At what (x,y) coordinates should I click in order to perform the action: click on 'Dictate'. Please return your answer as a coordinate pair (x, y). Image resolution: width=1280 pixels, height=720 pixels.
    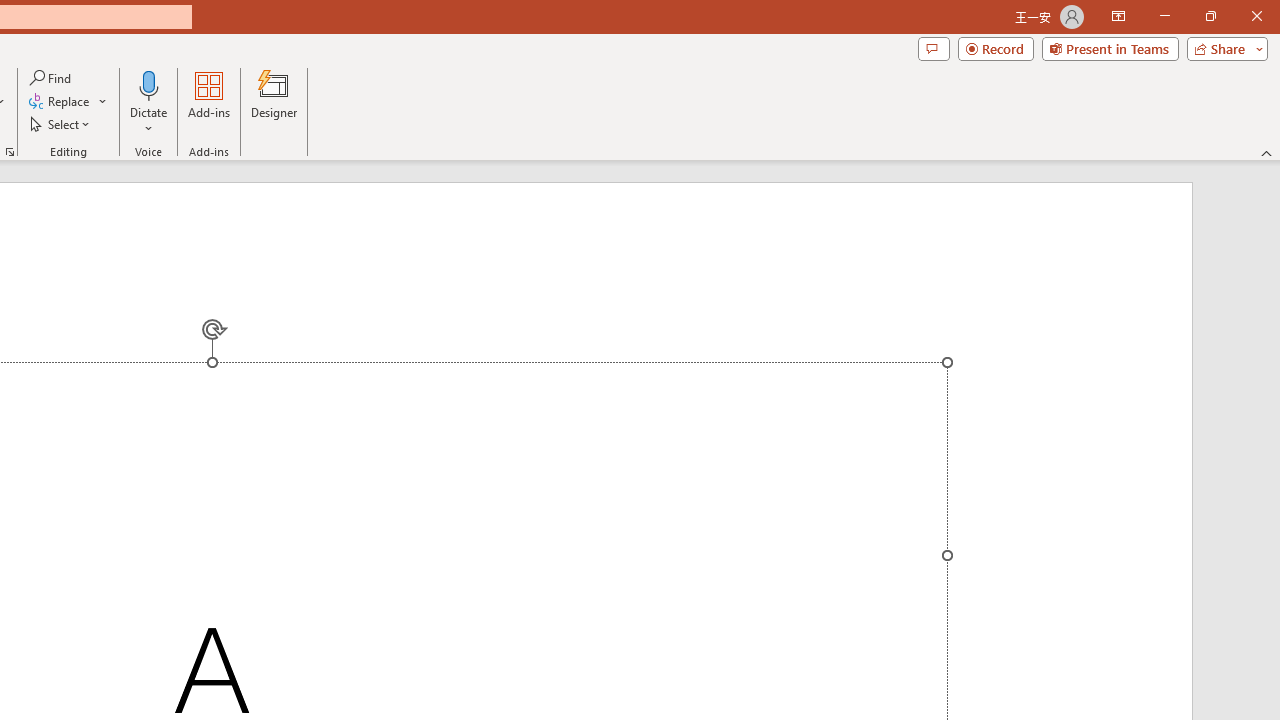
    Looking at the image, I should click on (148, 103).